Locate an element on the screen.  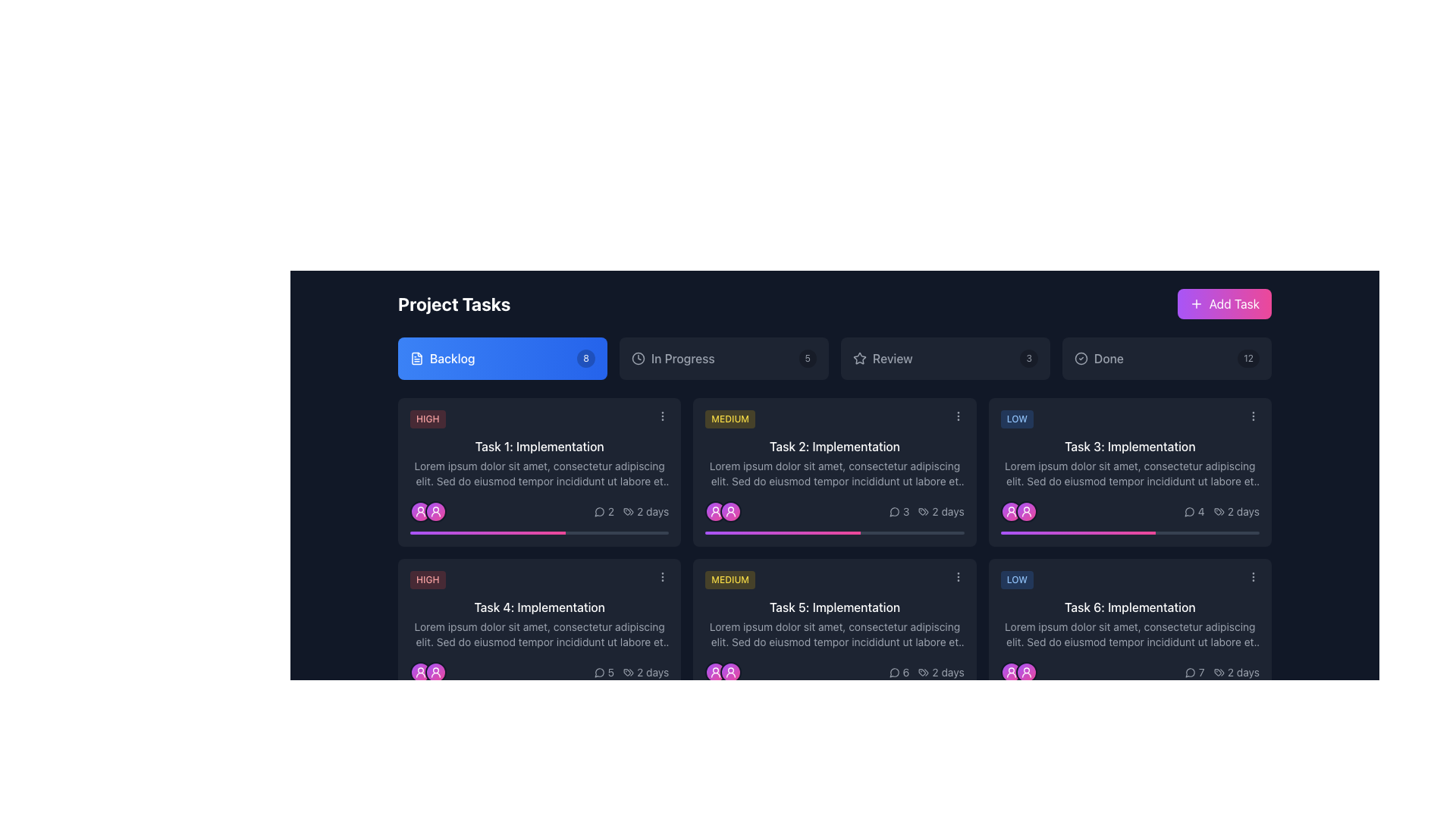
the informational text cluster at the bottom of the 'Task 4: Implementation' card, which provides details such as time remaining and number of comments is located at coordinates (539, 672).